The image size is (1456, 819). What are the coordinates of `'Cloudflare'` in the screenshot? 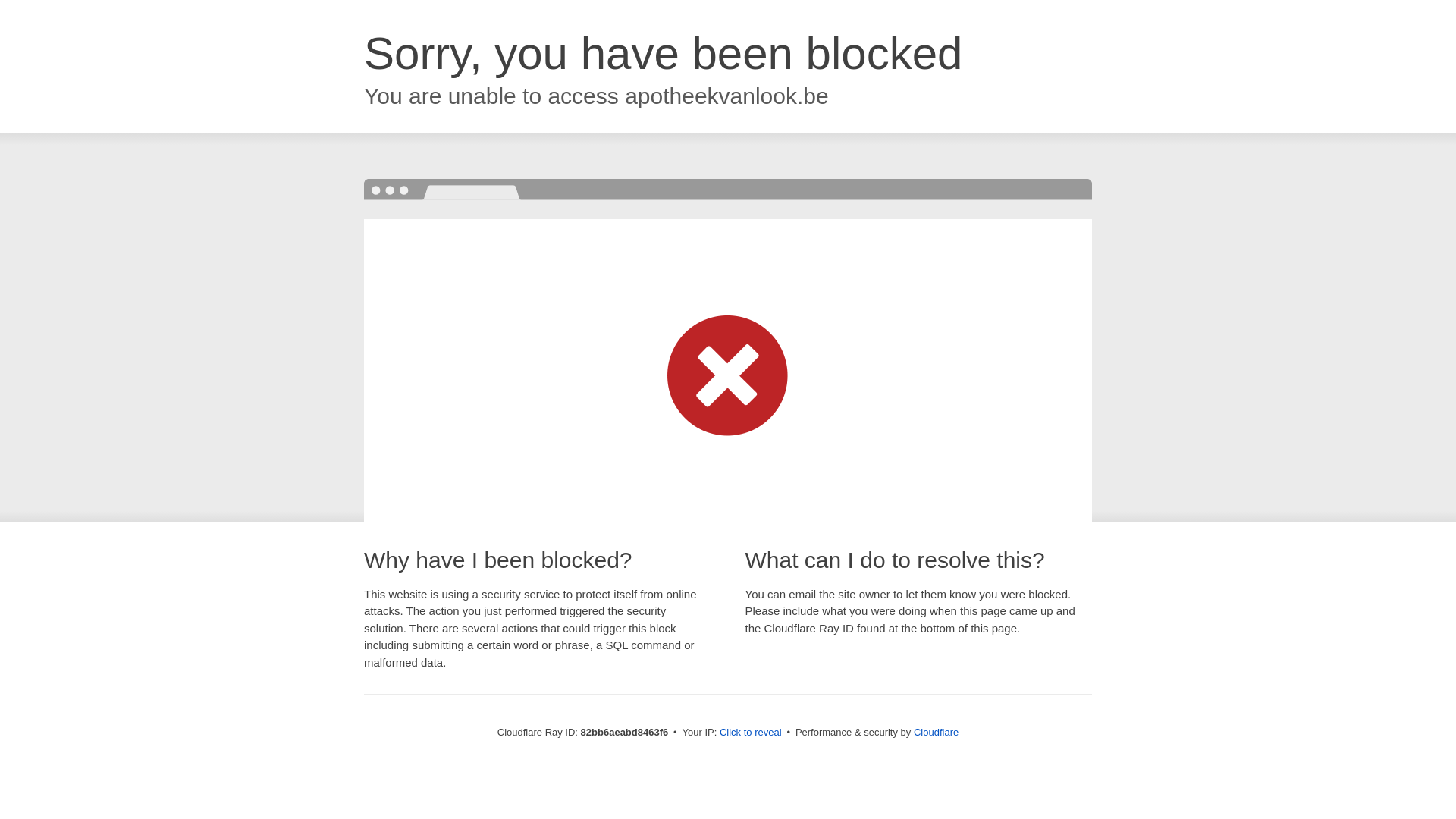 It's located at (935, 731).